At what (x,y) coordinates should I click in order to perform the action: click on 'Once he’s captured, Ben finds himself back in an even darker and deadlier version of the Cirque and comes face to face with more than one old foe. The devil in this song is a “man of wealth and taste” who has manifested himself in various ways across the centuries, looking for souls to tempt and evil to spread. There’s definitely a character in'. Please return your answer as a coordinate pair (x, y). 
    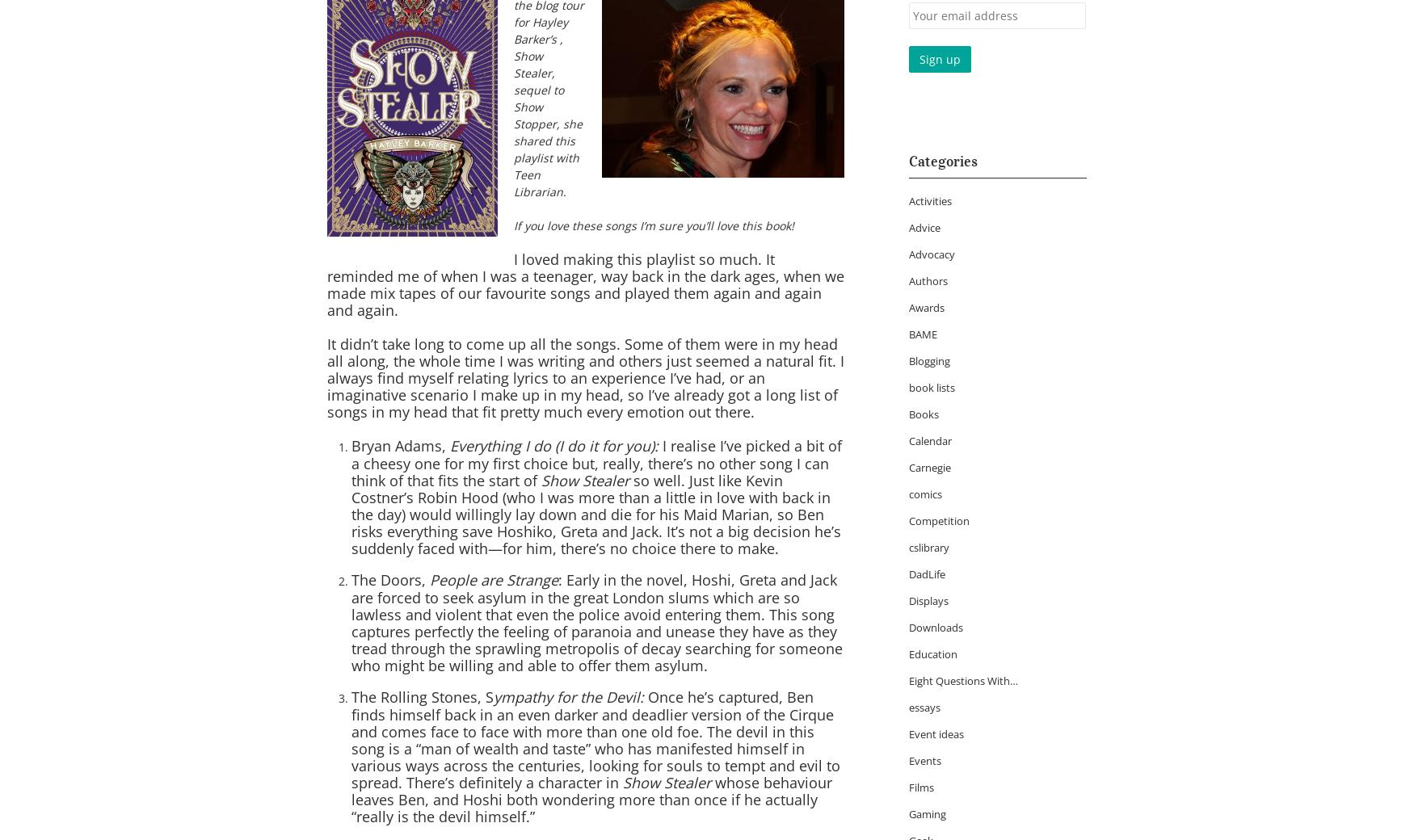
    Looking at the image, I should click on (595, 740).